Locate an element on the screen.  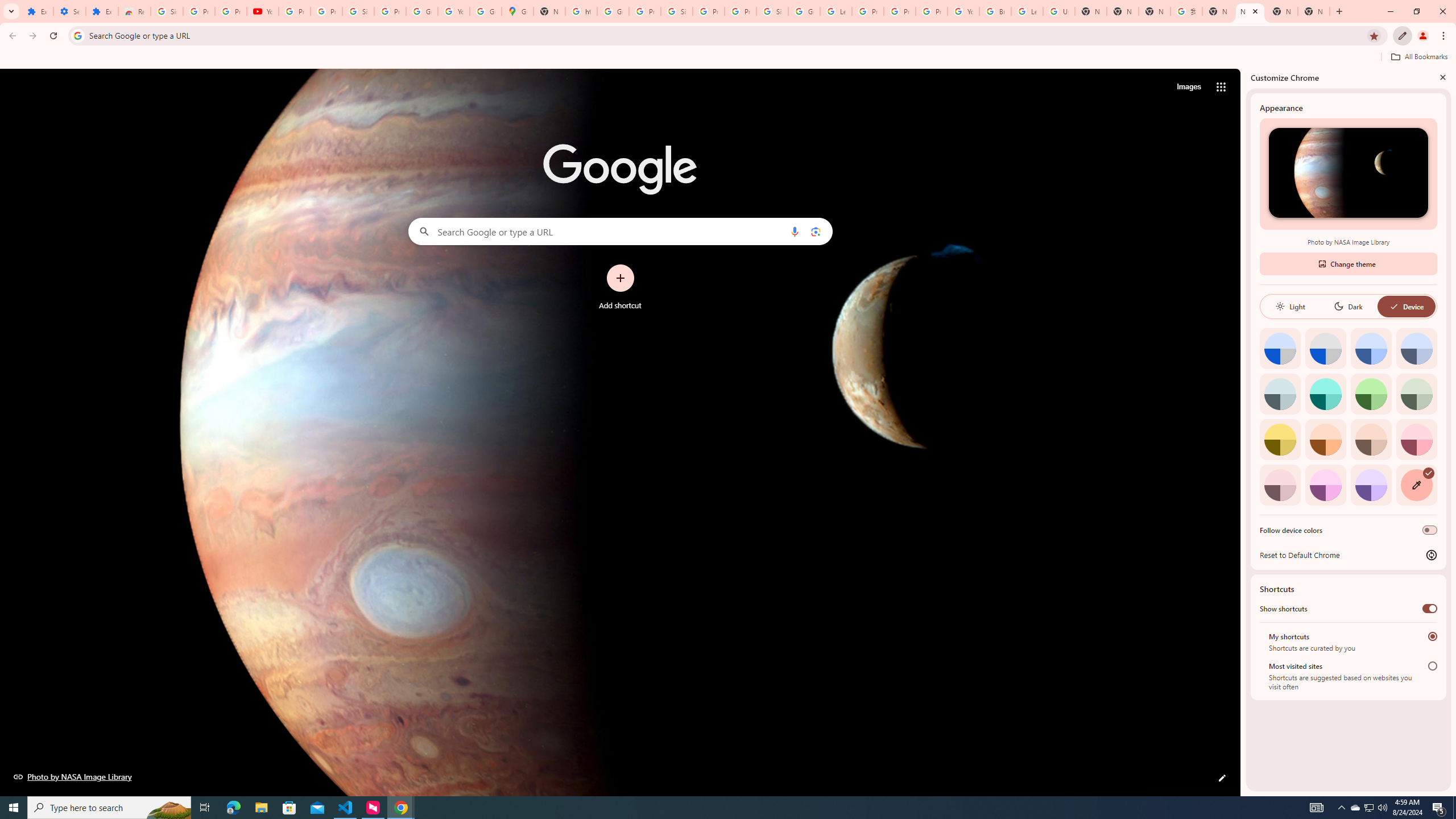
'Google apps' is located at coordinates (1220, 86).